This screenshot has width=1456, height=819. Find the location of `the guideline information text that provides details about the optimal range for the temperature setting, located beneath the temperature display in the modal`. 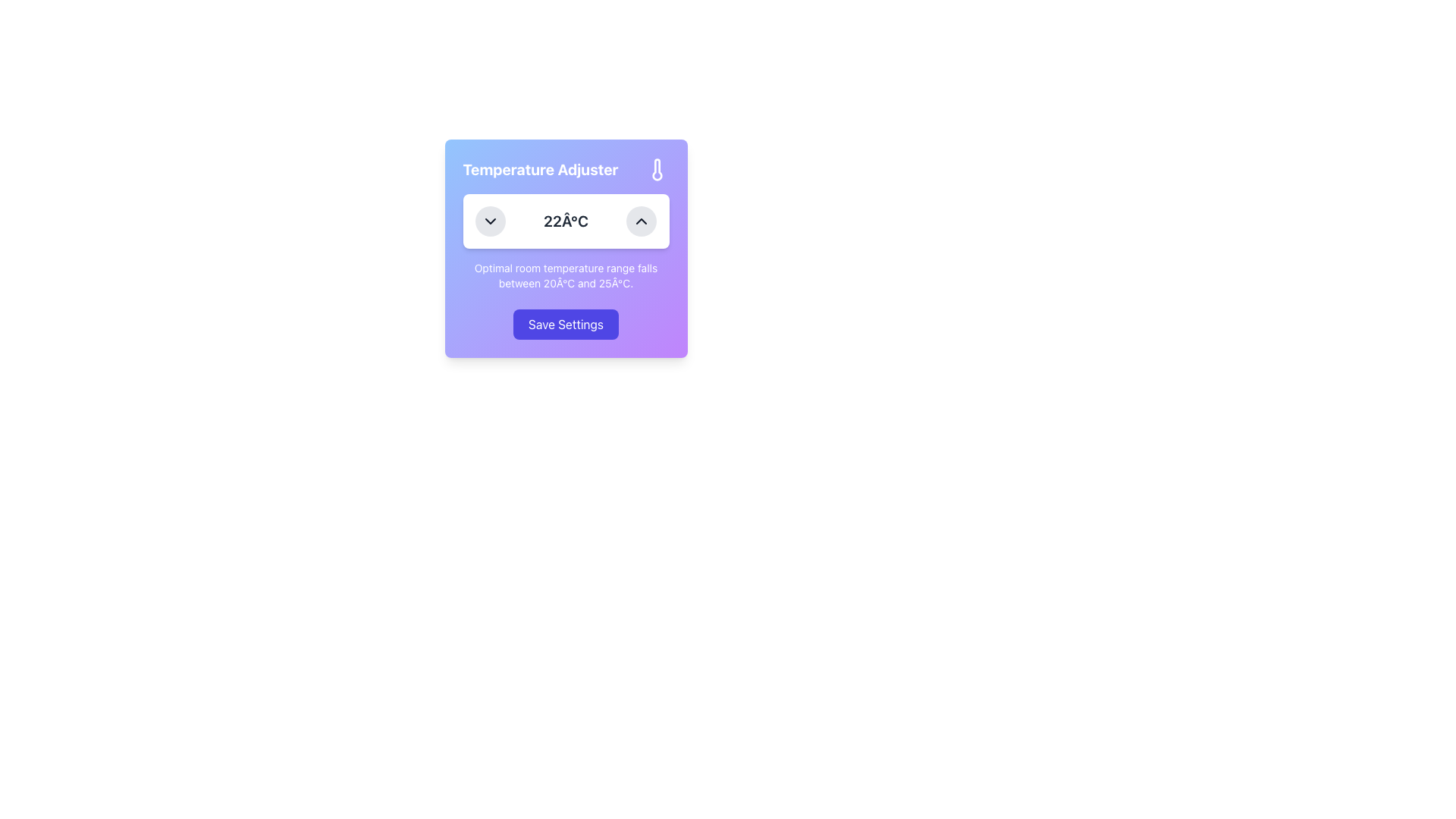

the guideline information text that provides details about the optimal range for the temperature setting, located beneath the temperature display in the modal is located at coordinates (565, 275).